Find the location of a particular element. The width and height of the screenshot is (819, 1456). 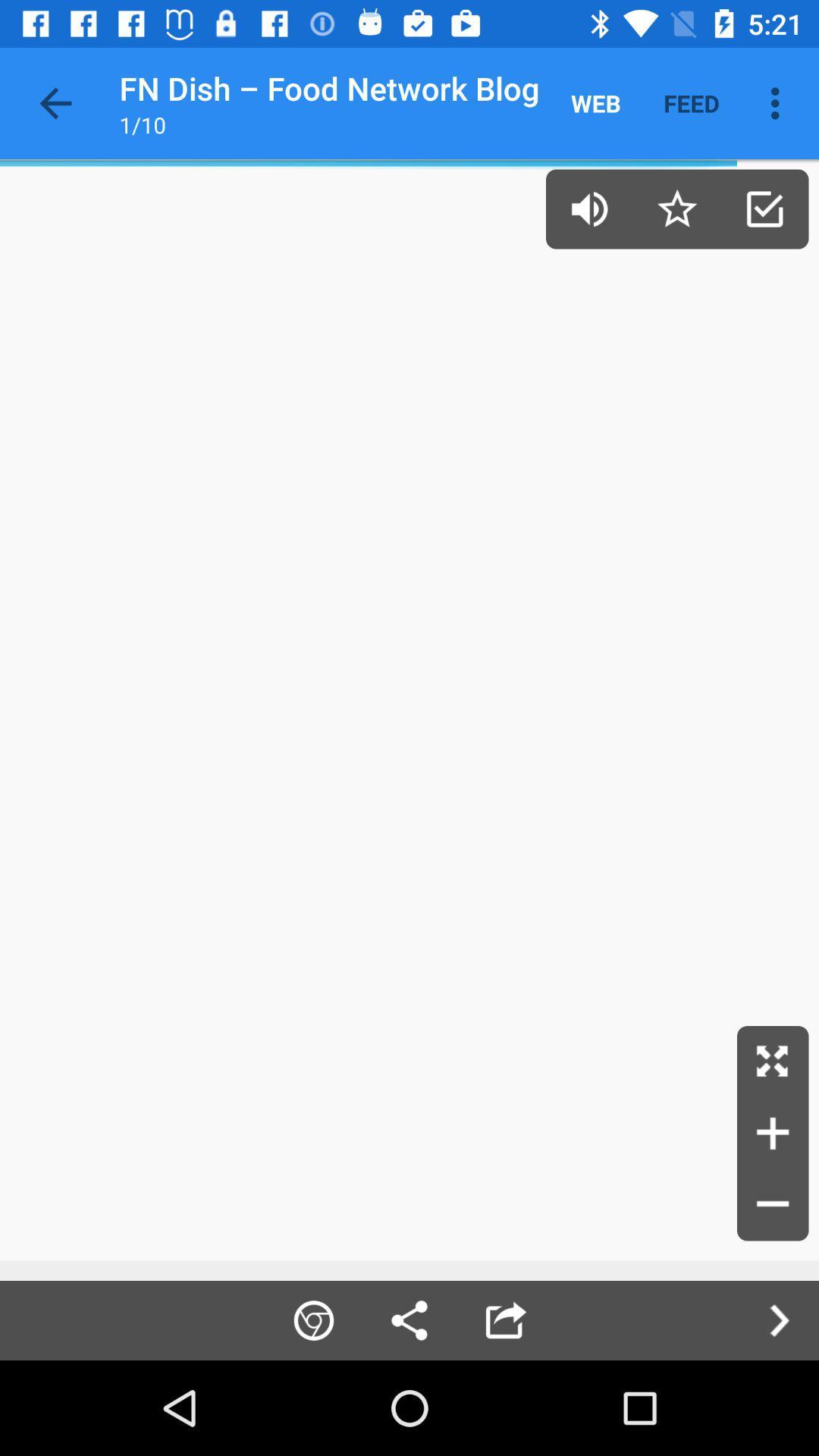

widescreen is located at coordinates (773, 1061).